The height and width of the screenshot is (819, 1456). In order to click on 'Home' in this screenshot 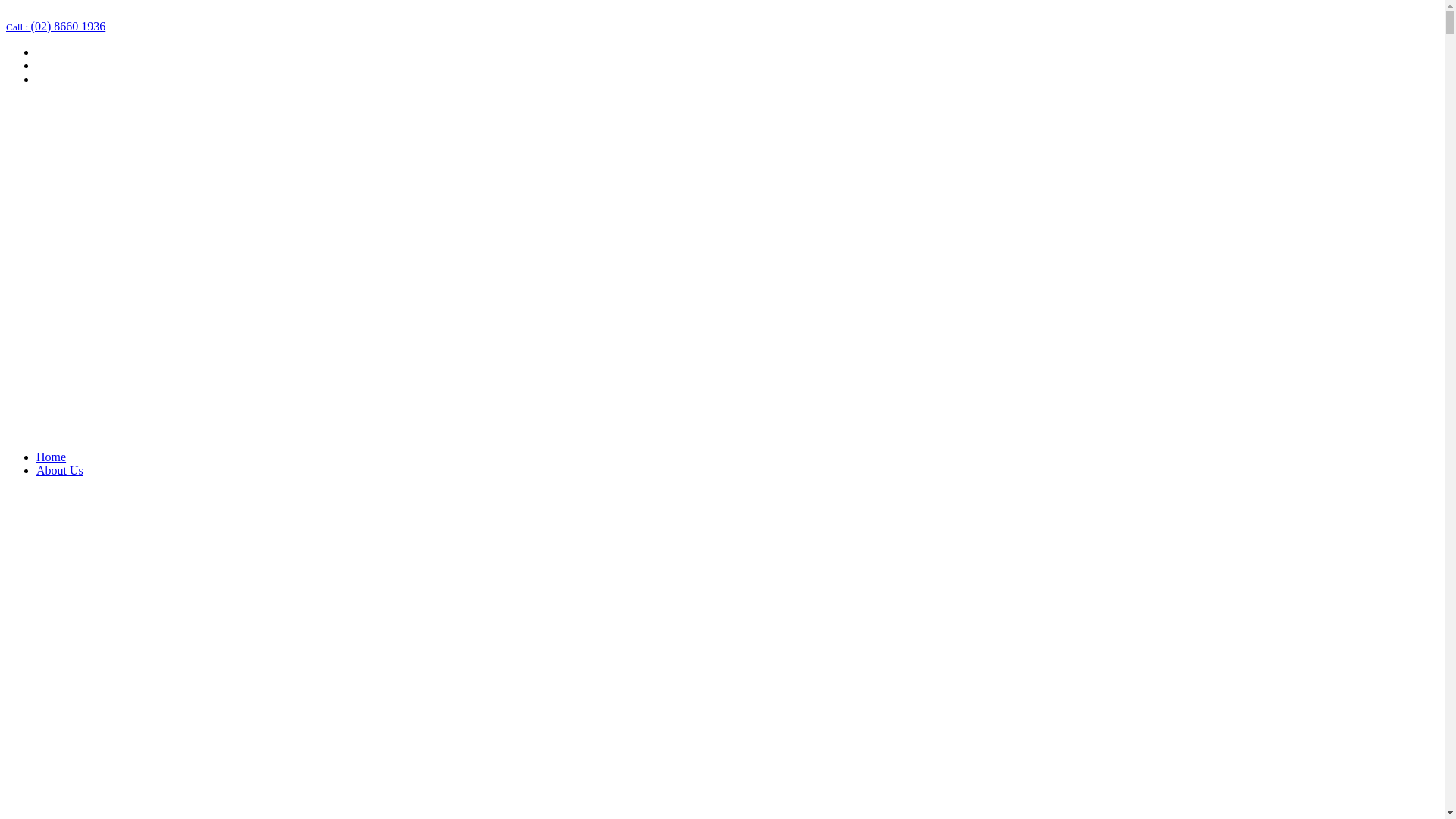, I will do `click(36, 456)`.